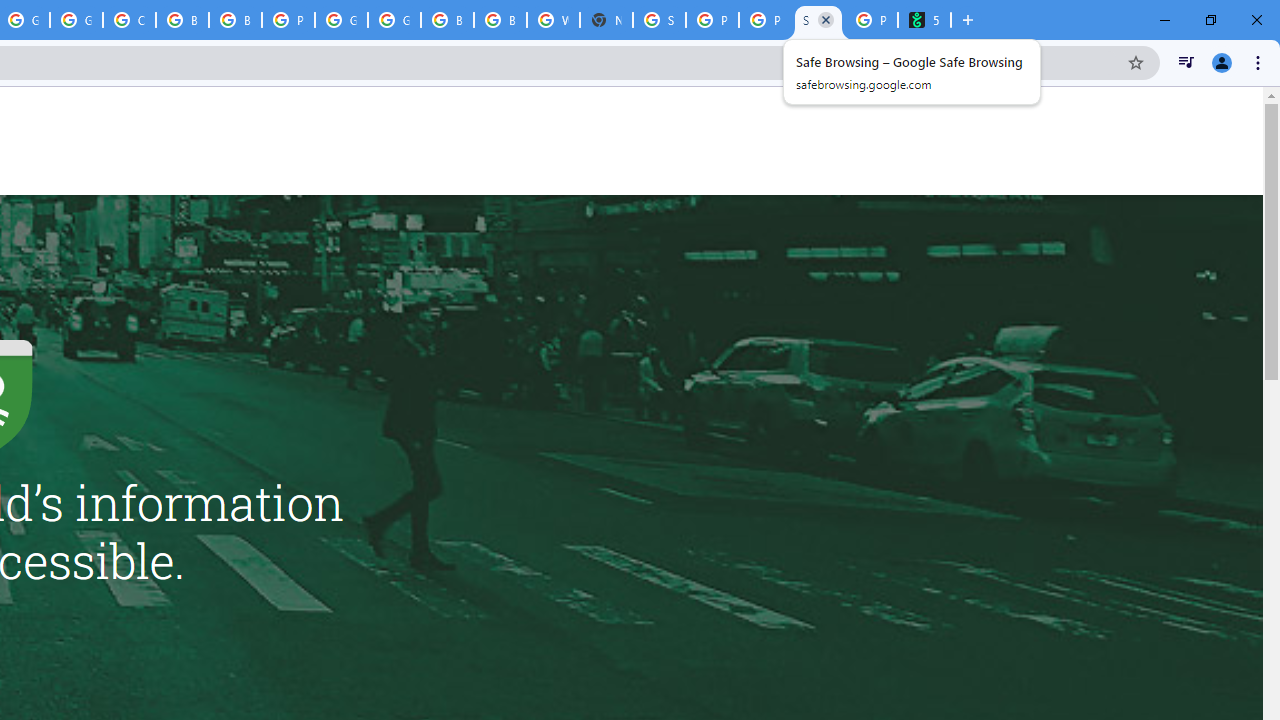 This screenshot has height=720, width=1280. Describe the element at coordinates (605, 20) in the screenshot. I see `'New Tab'` at that location.